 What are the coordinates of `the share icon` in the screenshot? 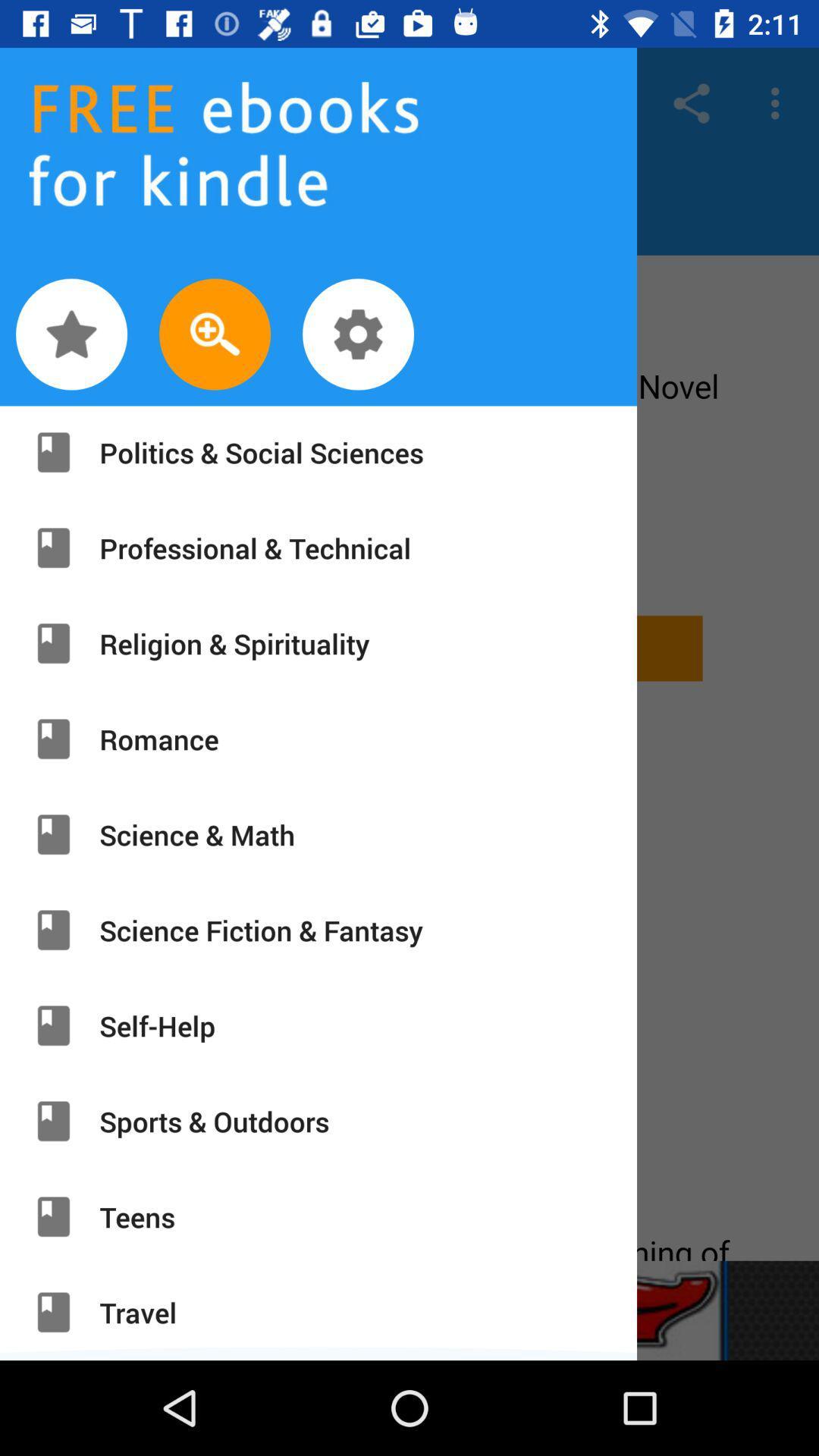 It's located at (691, 102).